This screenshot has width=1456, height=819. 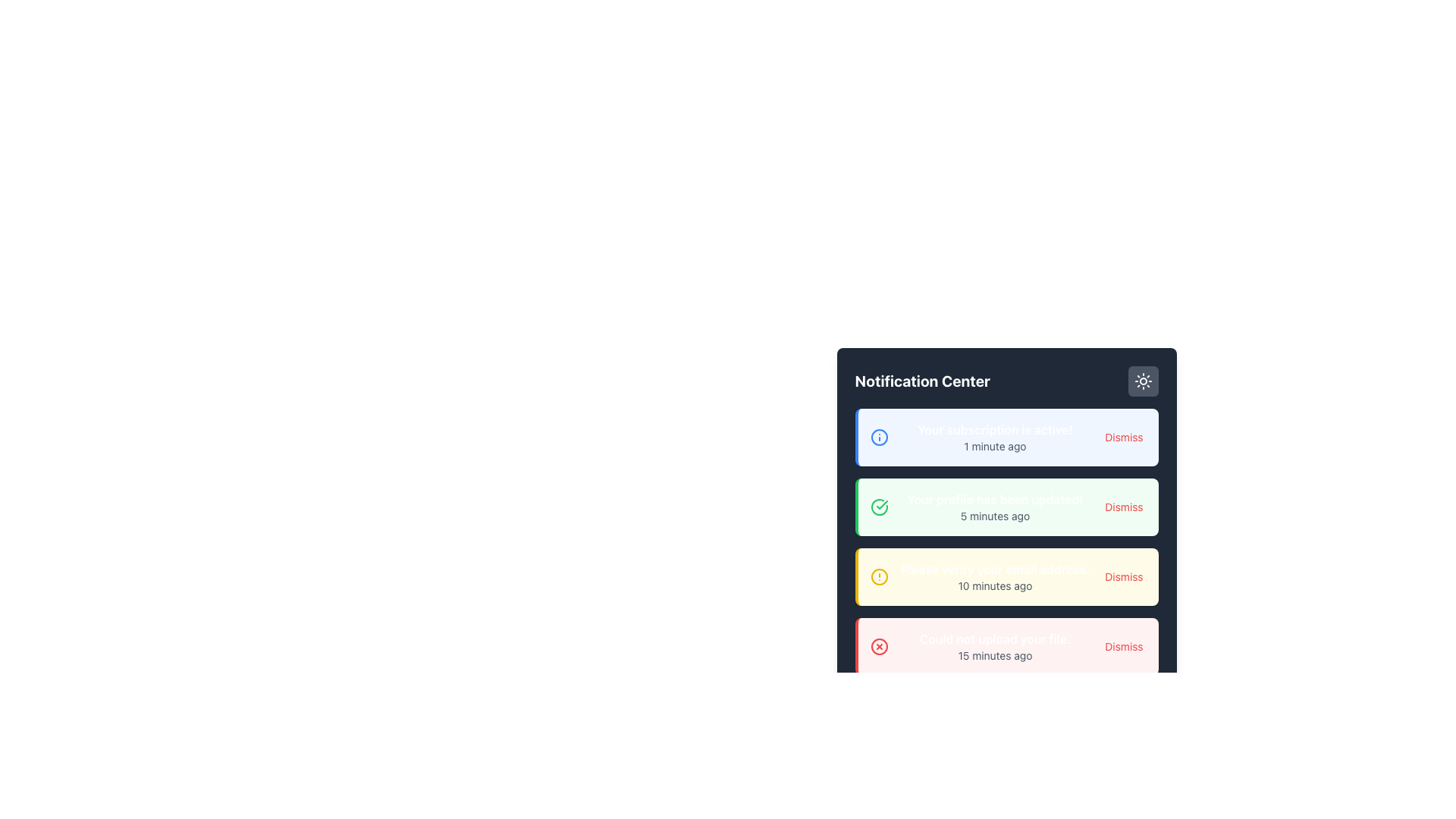 What do you see at coordinates (995, 446) in the screenshot?
I see `timestamp information displayed in the text label located in the uppermost notification panel of the Notification Center, directly below the message 'Your subscription is active!' and slightly to its right` at bounding box center [995, 446].